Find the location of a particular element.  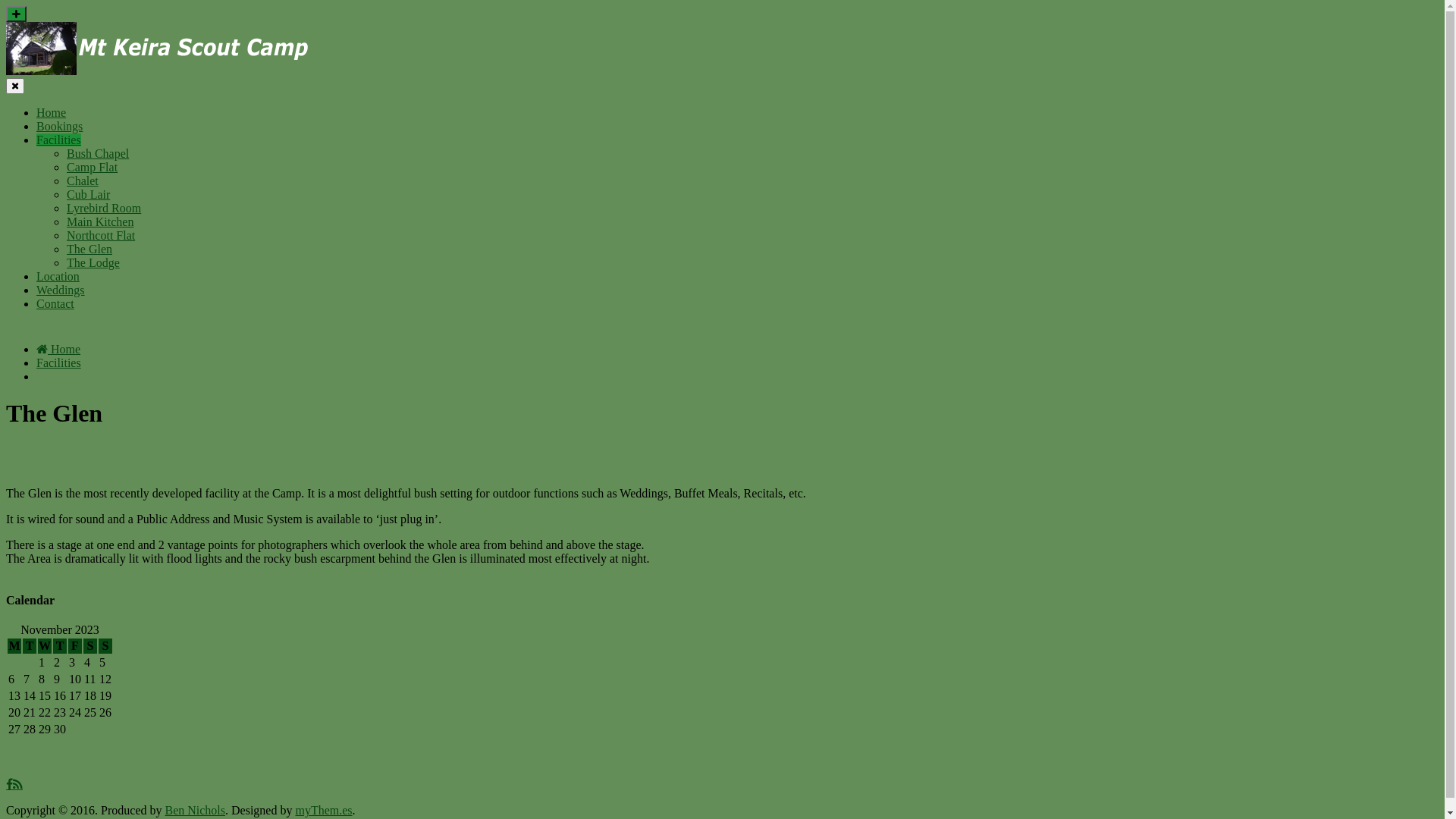

'The Glen' is located at coordinates (65, 248).